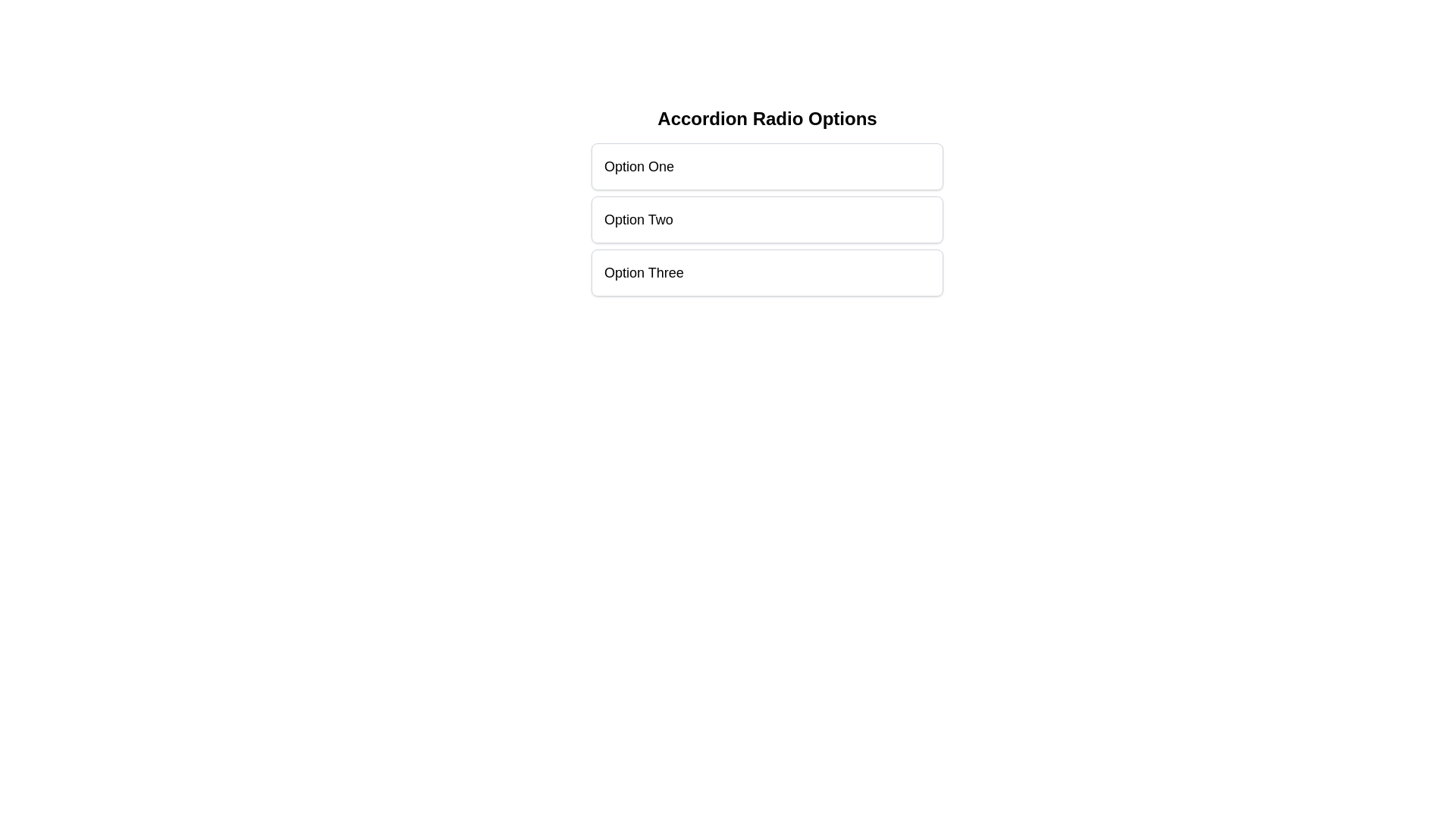  I want to click on the third item in the 'Accordion Radio Options' list, so click(767, 271).